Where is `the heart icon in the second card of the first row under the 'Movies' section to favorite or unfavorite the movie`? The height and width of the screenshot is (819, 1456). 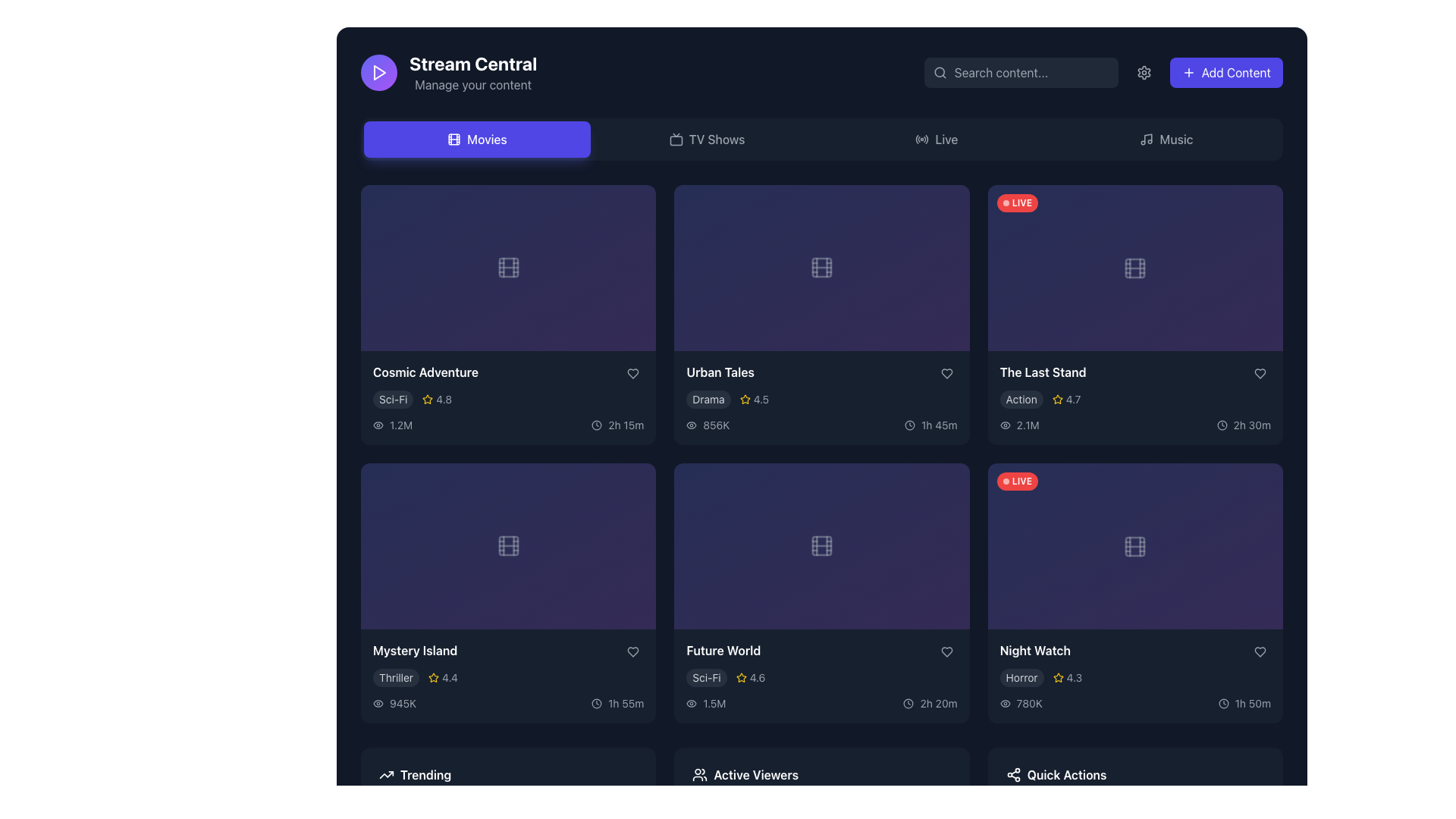 the heart icon in the second card of the first row under the 'Movies' section to favorite or unfavorite the movie is located at coordinates (633, 374).